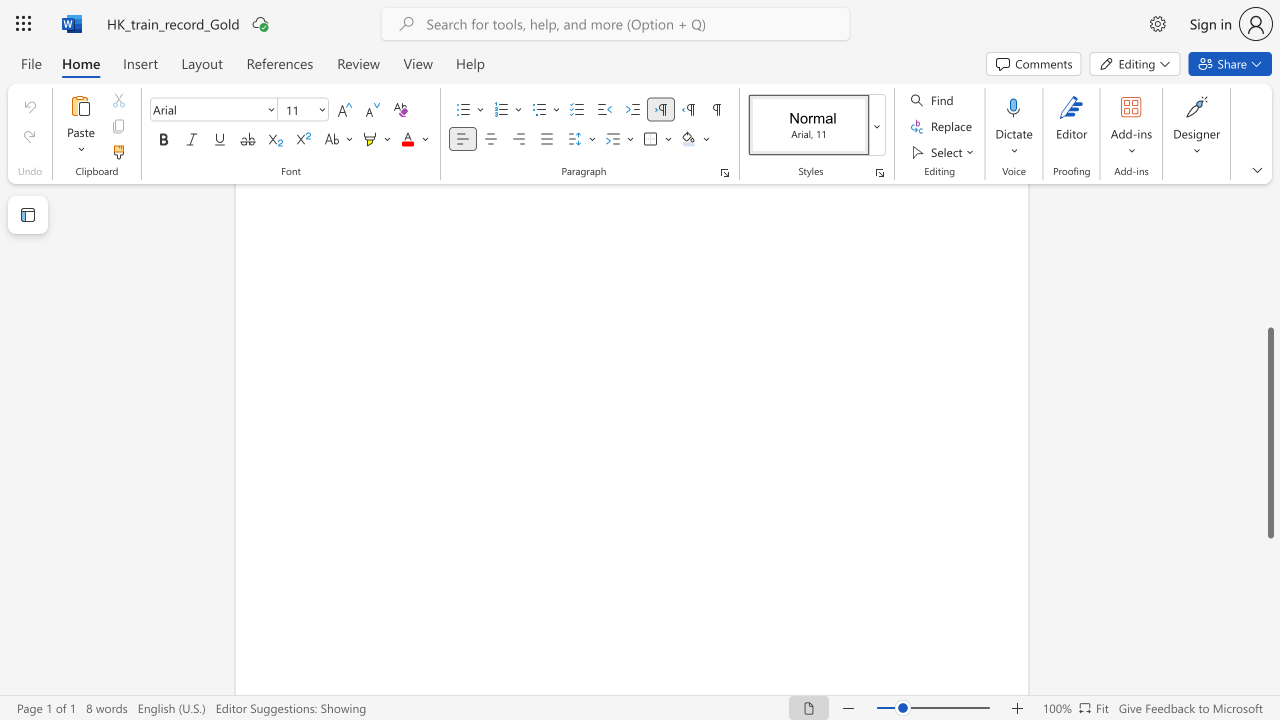 This screenshot has width=1280, height=720. I want to click on the scrollbar and move up 70 pixels, so click(1269, 432).